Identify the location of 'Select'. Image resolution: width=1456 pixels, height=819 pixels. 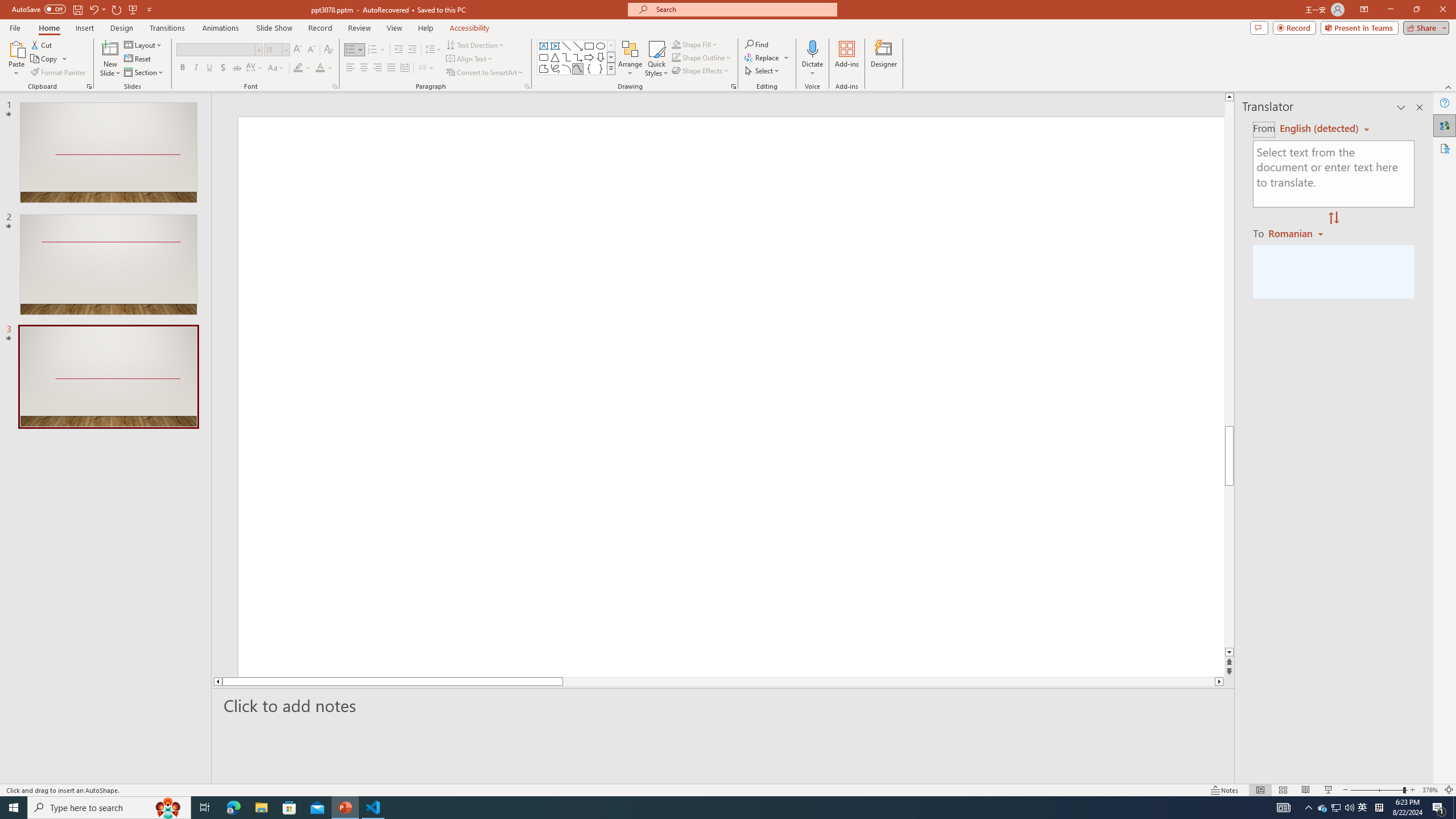
(763, 69).